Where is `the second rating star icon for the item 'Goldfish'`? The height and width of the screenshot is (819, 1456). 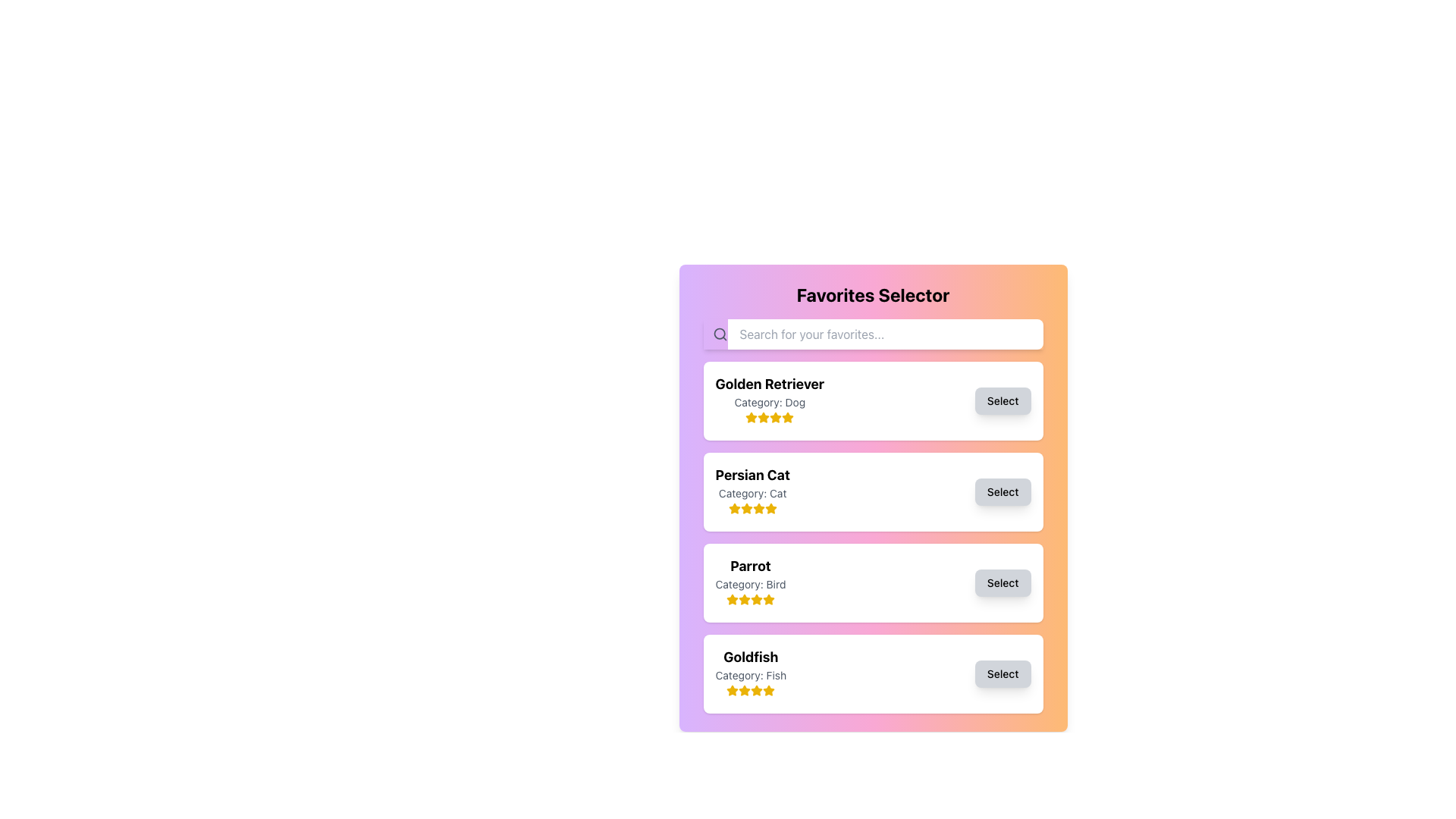
the second rating star icon for the item 'Goldfish' is located at coordinates (757, 690).